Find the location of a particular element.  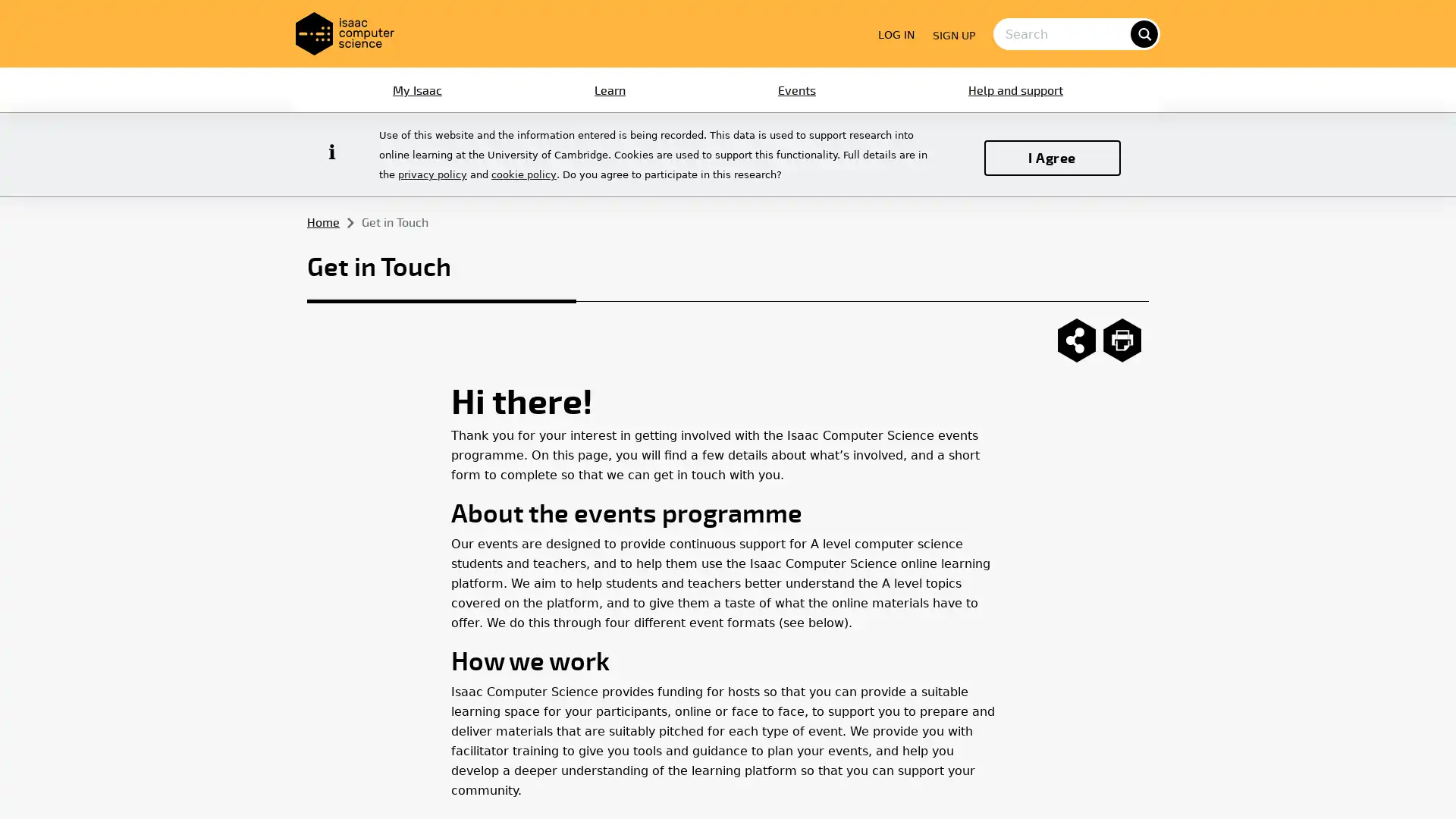

I Agree is located at coordinates (1051, 157).